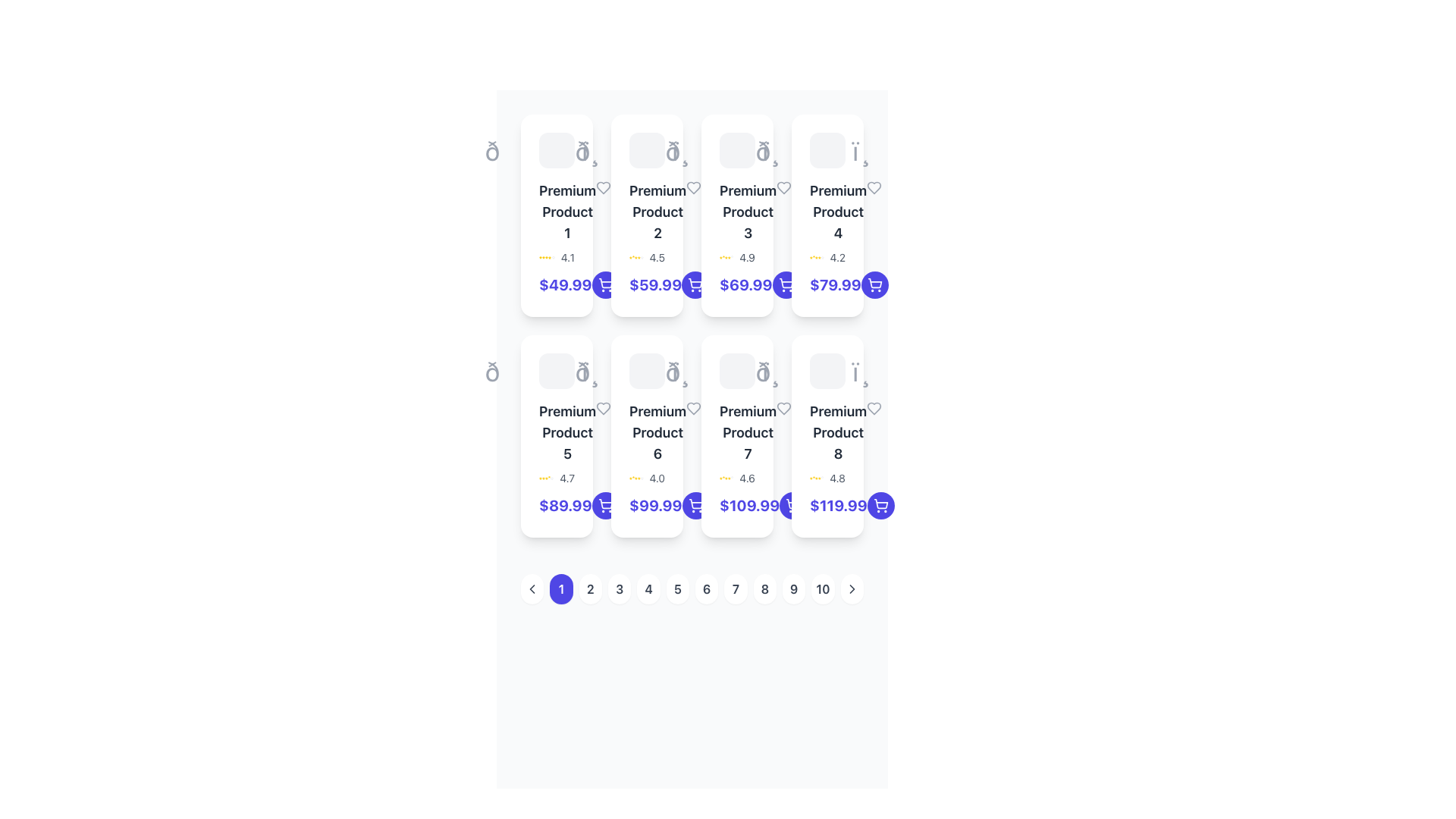  Describe the element at coordinates (566, 212) in the screenshot. I see `the product` at that location.